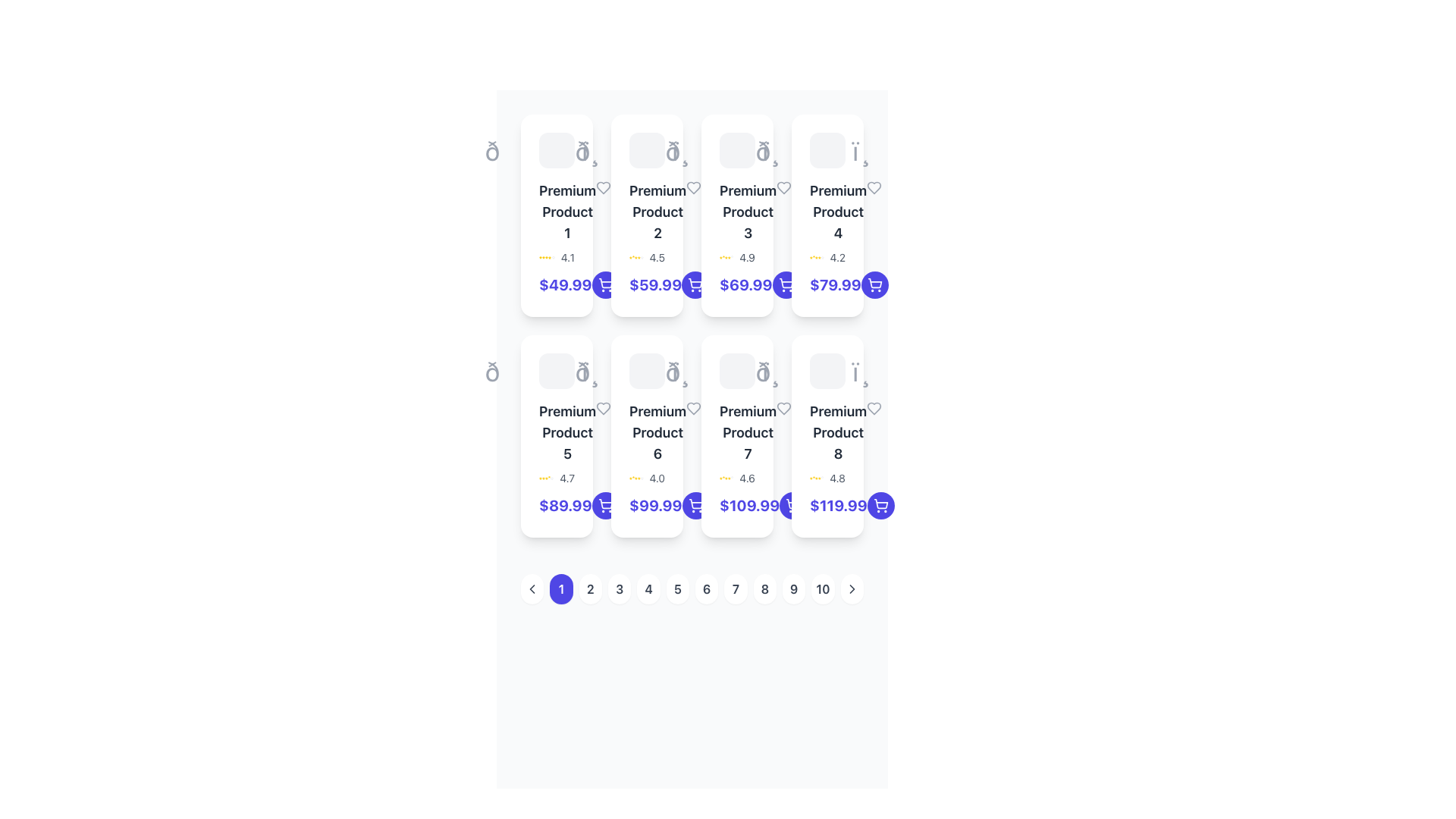  Describe the element at coordinates (566, 212) in the screenshot. I see `the product` at that location.